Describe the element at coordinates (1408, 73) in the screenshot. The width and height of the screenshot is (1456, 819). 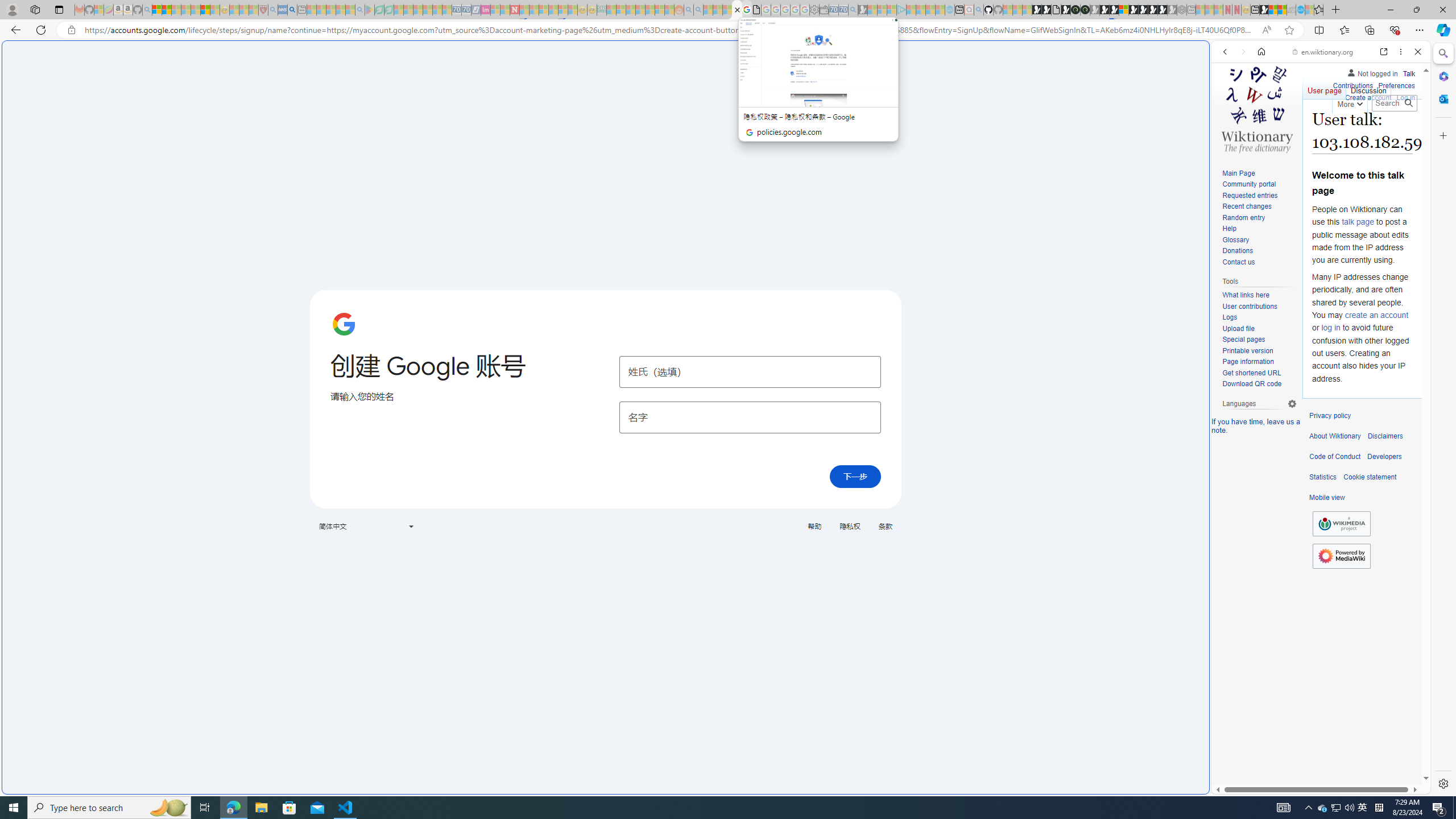
I see `'Talk'` at that location.